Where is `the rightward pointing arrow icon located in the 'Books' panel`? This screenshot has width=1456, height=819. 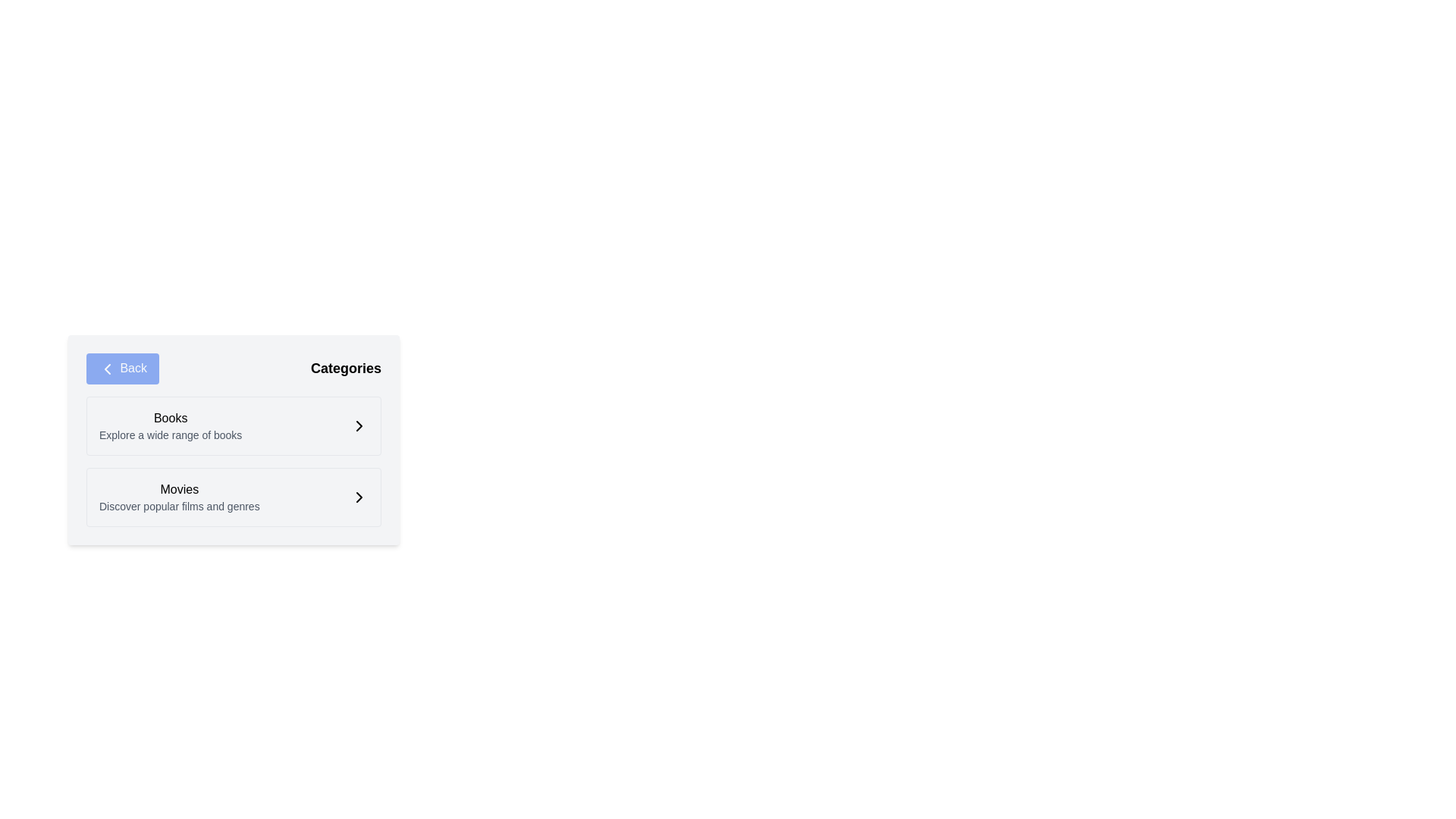
the rightward pointing arrow icon located in the 'Books' panel is located at coordinates (359, 425).